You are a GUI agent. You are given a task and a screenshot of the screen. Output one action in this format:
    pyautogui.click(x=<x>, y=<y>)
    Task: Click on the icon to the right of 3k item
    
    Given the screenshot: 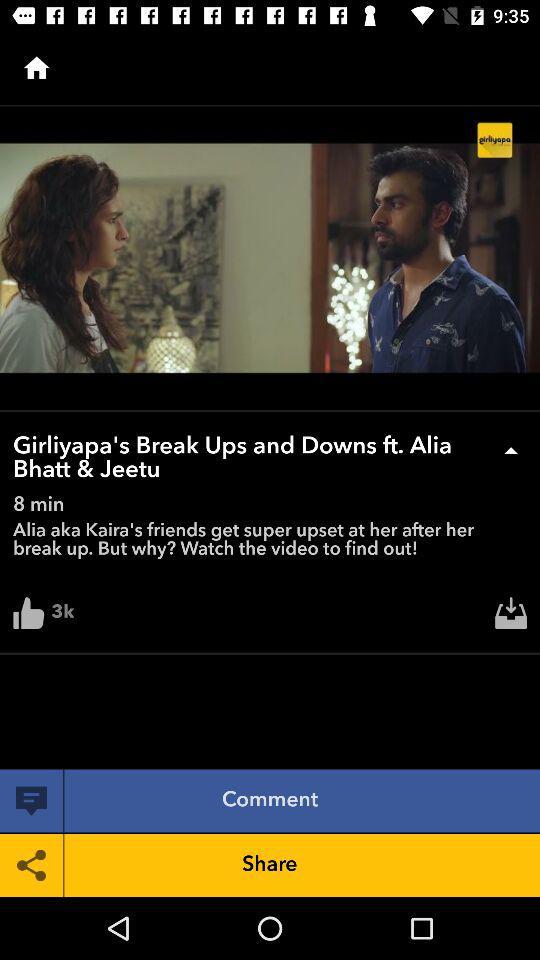 What is the action you would take?
    pyautogui.click(x=511, y=617)
    